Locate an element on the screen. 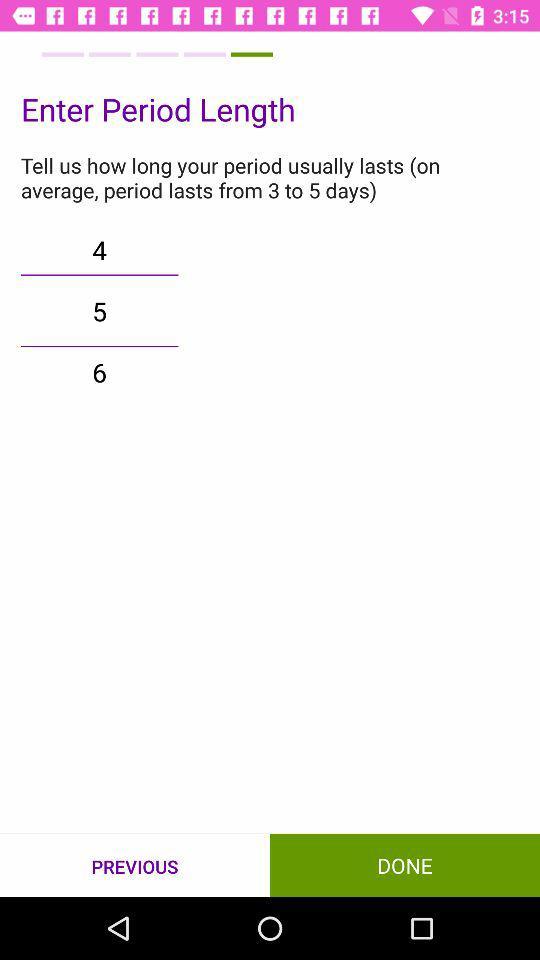 The height and width of the screenshot is (960, 540). icon next to the previous item is located at coordinates (405, 864).